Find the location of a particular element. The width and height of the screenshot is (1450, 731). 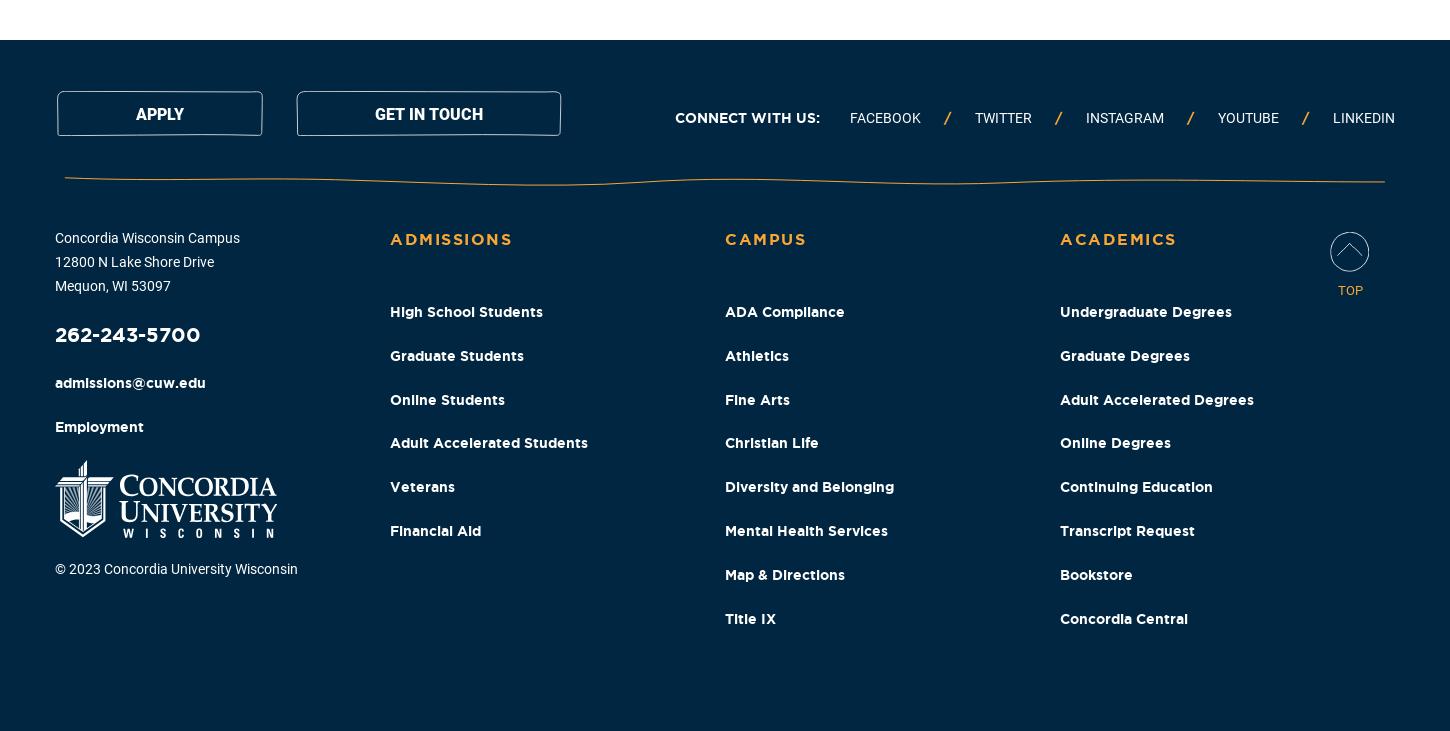

'Bookstore' is located at coordinates (1059, 572).